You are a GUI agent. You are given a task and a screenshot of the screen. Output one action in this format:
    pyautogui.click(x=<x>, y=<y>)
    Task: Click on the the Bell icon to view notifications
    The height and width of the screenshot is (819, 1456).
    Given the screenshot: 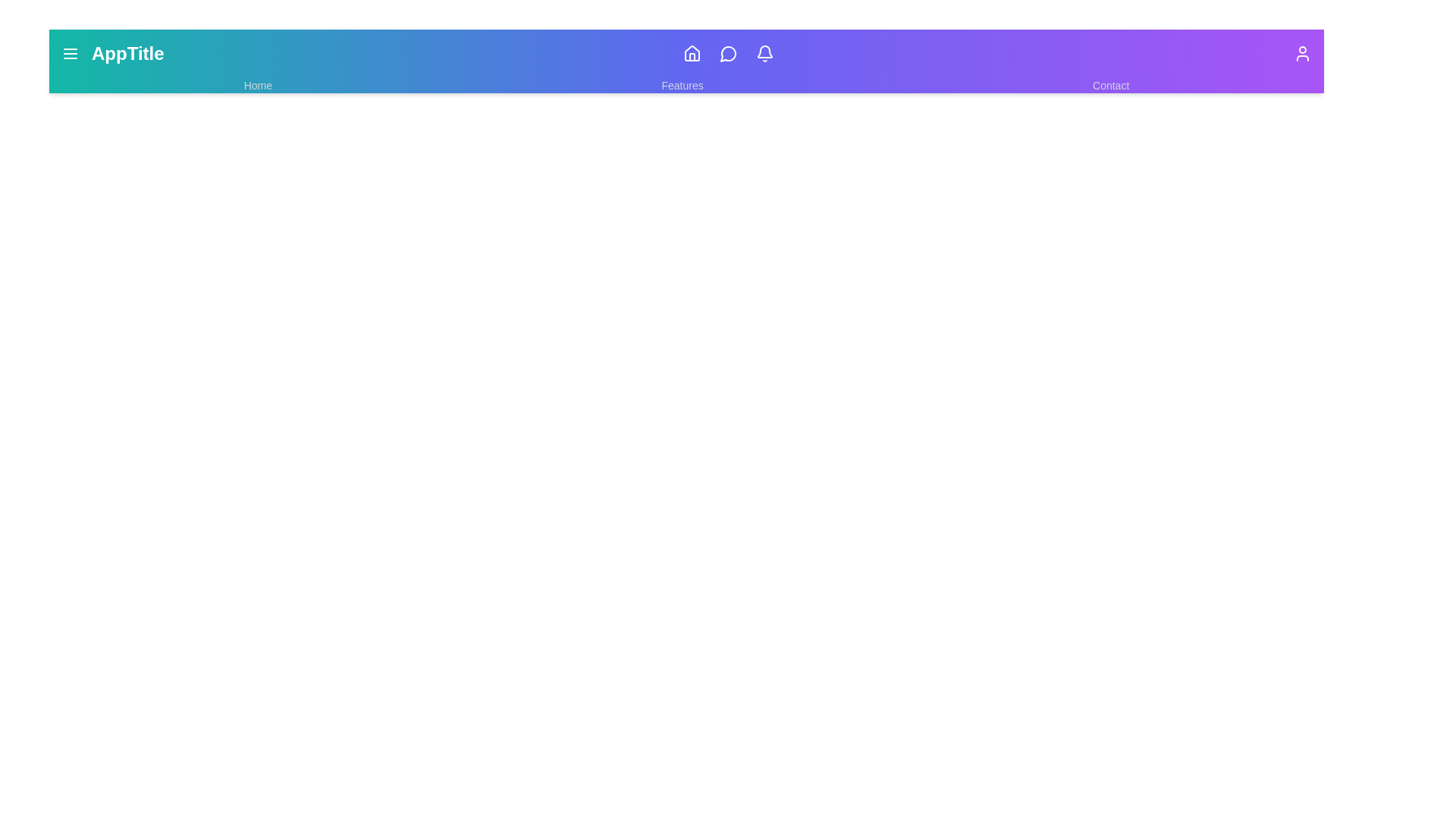 What is the action you would take?
    pyautogui.click(x=765, y=52)
    